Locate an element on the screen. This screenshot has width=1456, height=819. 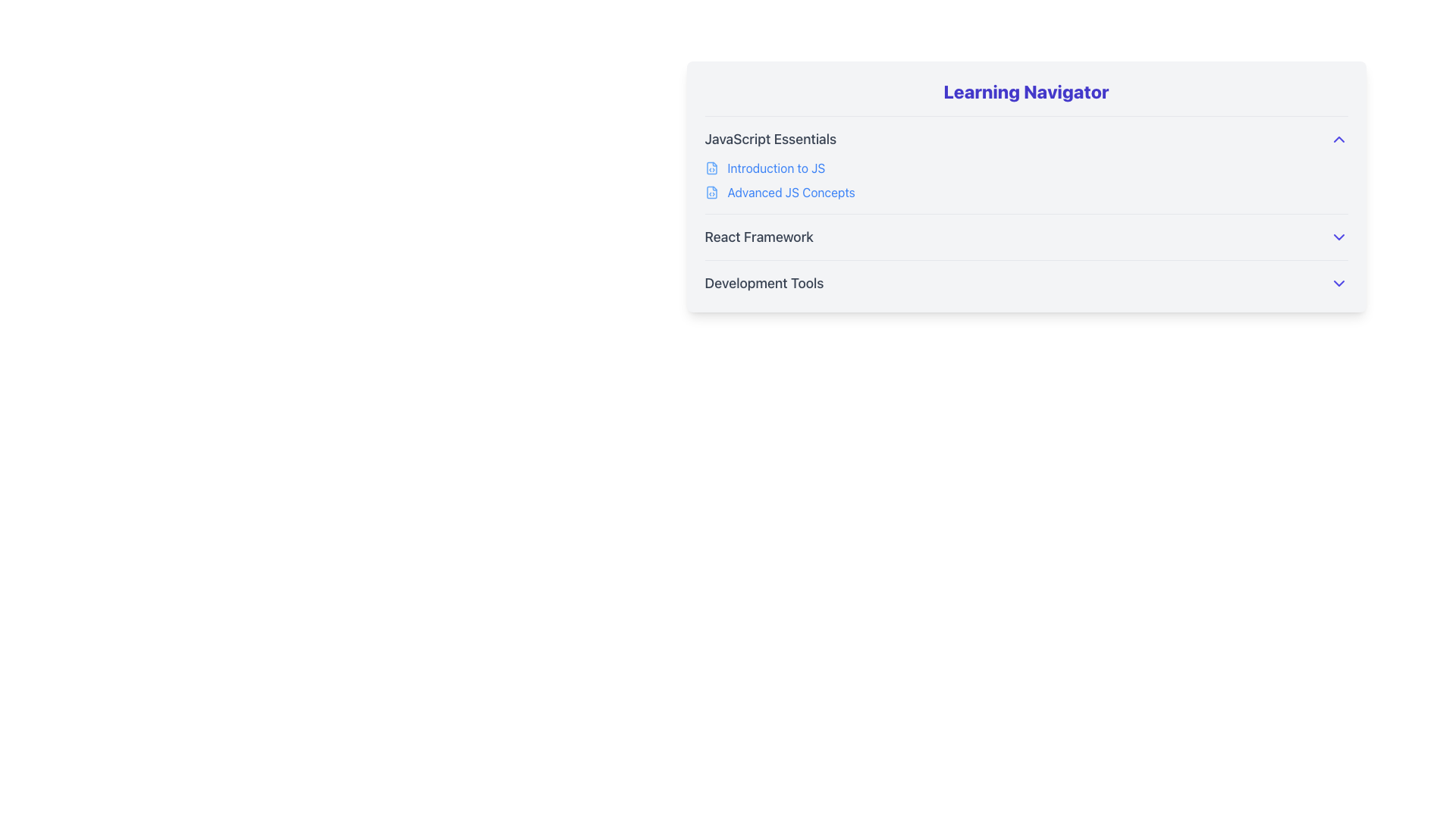
the static text element labeled 'React Framework', which is positioned under 'JavaScript Essentials' and above 'Development Tools' is located at coordinates (759, 237).